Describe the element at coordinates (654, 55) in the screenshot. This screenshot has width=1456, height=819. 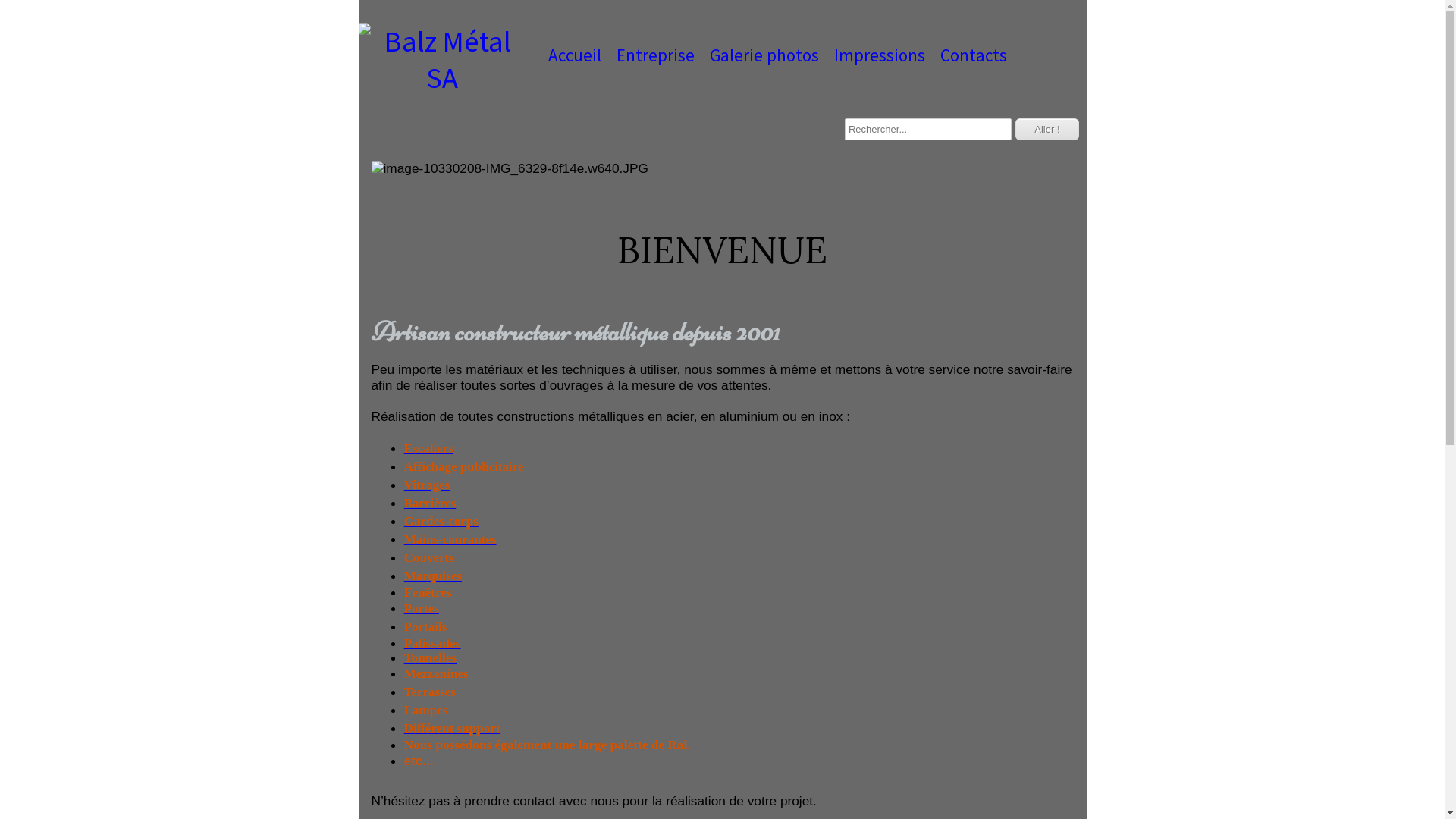
I see `'Entreprise'` at that location.